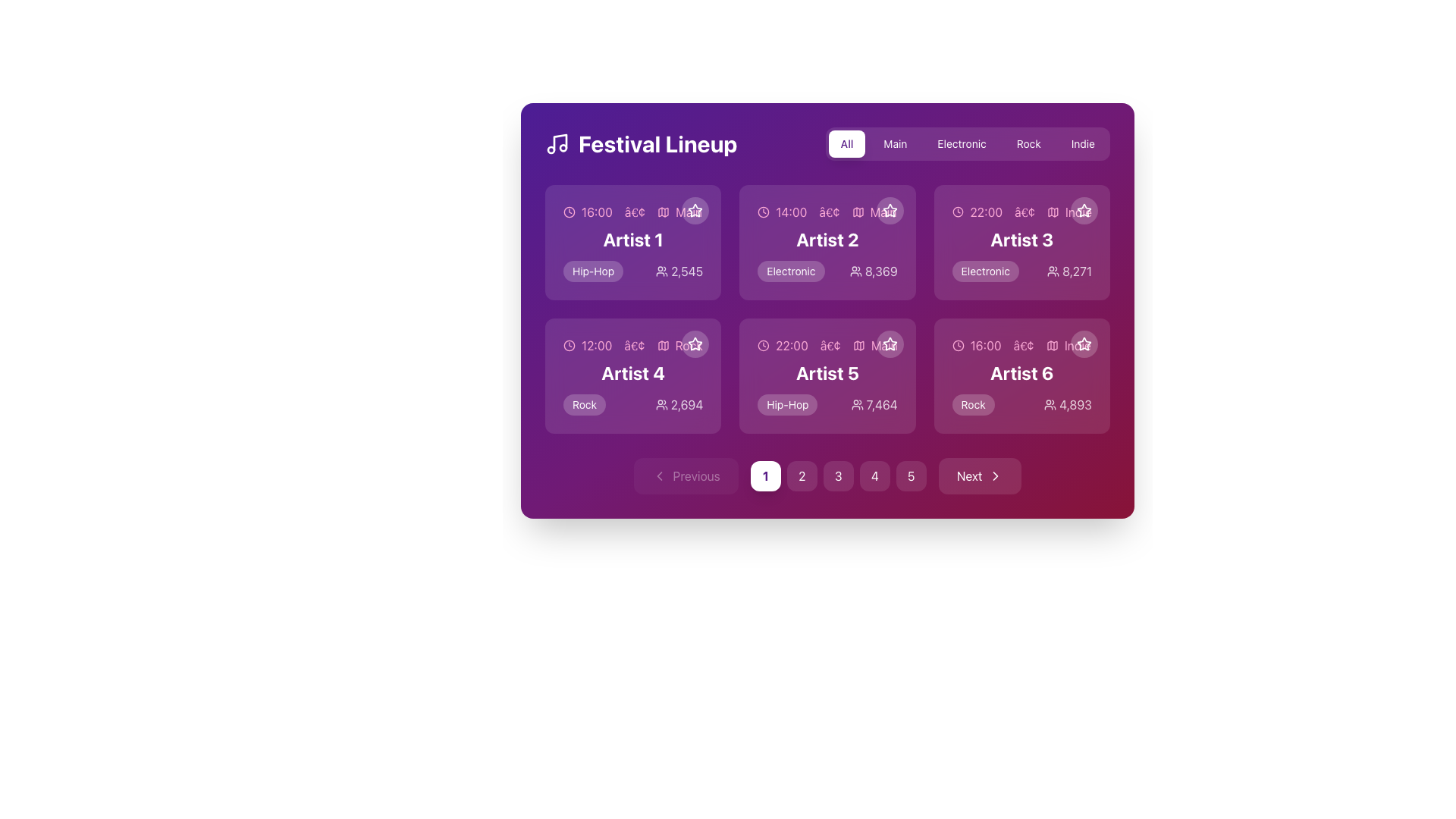 This screenshot has height=819, width=1456. I want to click on the chevron-left arrow icon within the 'Previous' navigation button, so click(659, 475).